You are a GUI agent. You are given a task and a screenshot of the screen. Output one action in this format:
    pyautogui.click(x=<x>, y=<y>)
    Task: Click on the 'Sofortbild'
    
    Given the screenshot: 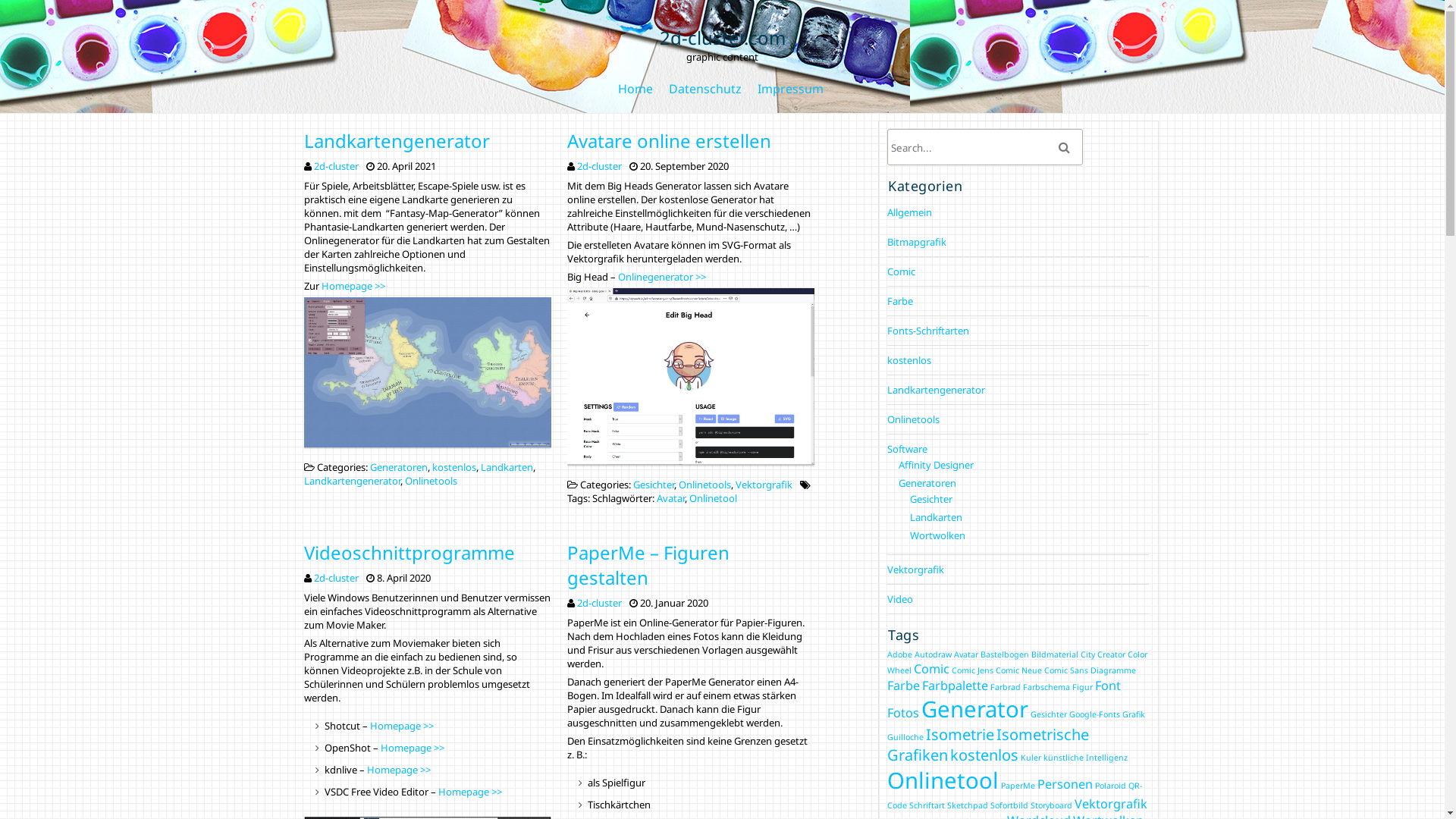 What is the action you would take?
    pyautogui.click(x=990, y=804)
    